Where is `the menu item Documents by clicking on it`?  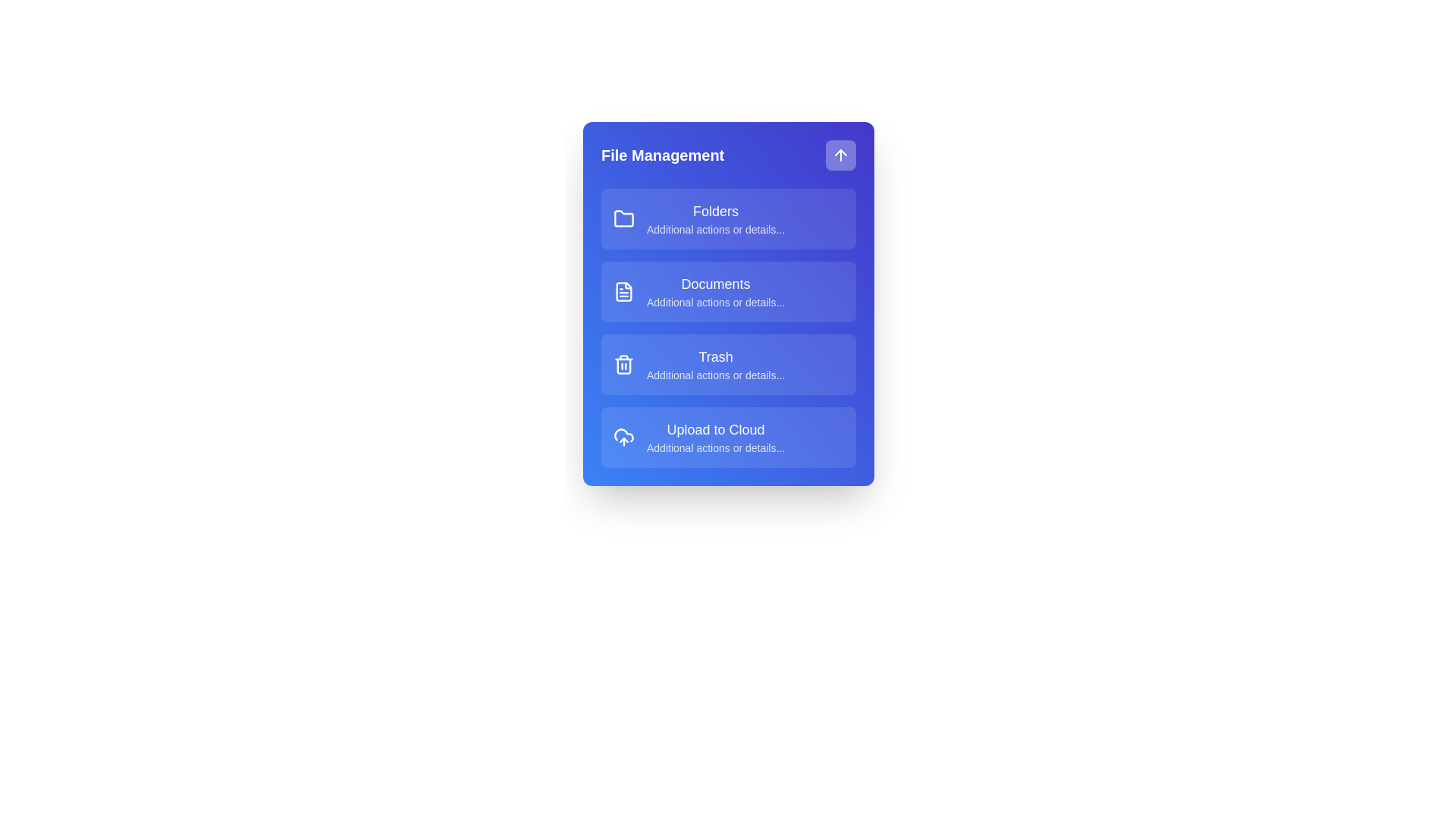
the menu item Documents by clicking on it is located at coordinates (728, 292).